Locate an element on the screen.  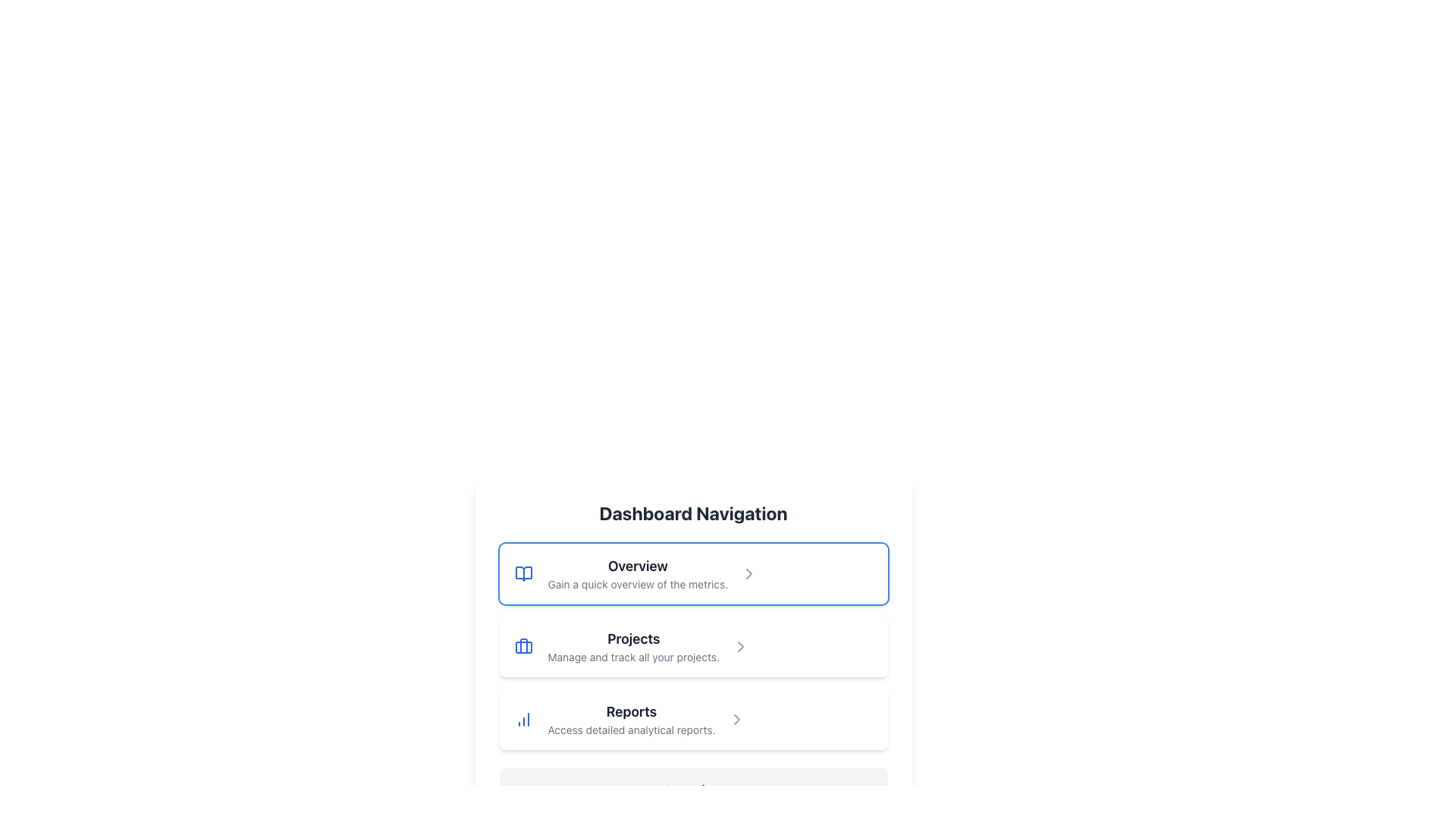
the descriptive text label for the 'Reports' section, which provides additional information about this item in the navigation panel is located at coordinates (632, 730).